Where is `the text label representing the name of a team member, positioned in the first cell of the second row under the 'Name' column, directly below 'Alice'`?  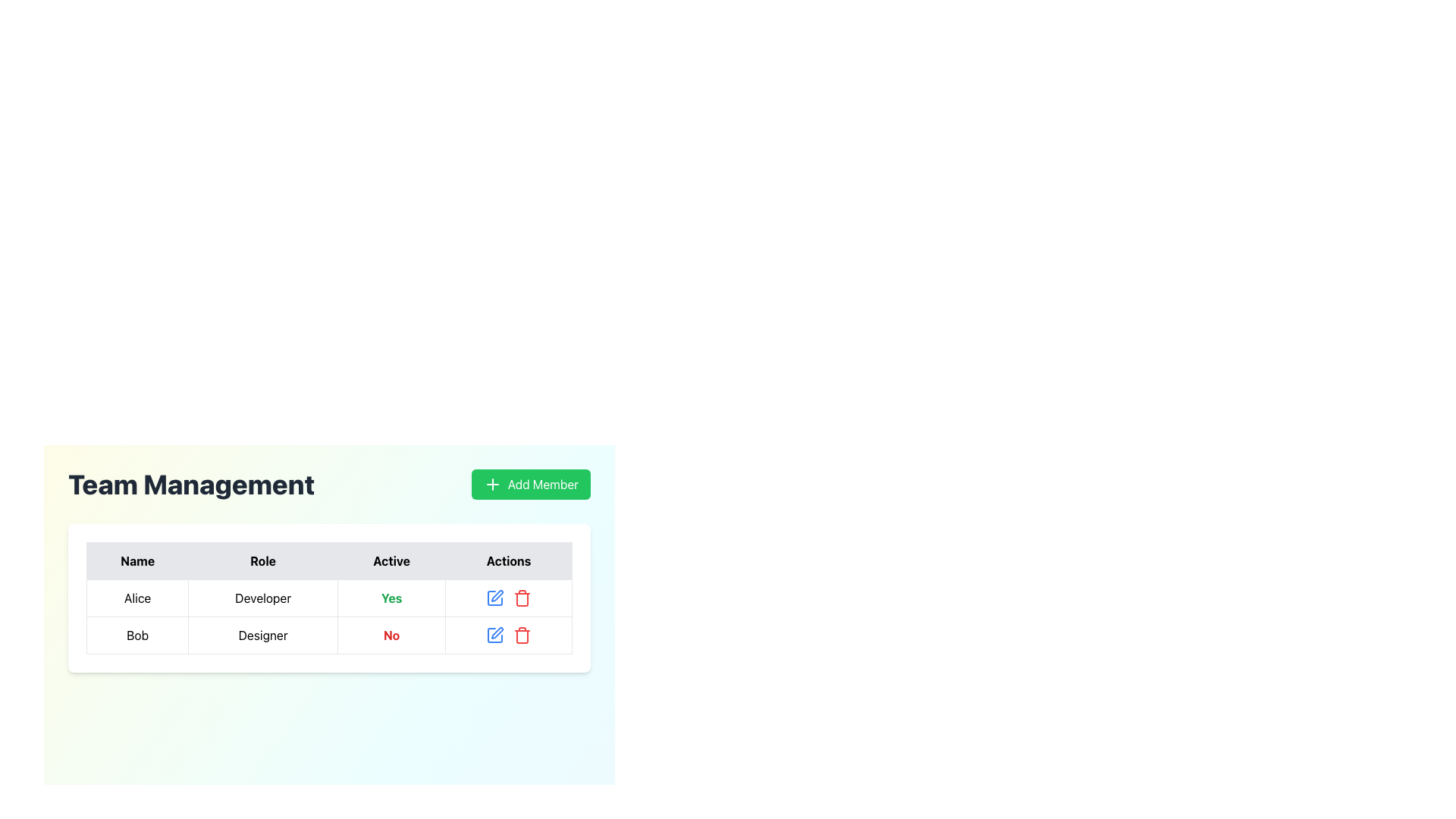 the text label representing the name of a team member, positioned in the first cell of the second row under the 'Name' column, directly below 'Alice' is located at coordinates (137, 635).